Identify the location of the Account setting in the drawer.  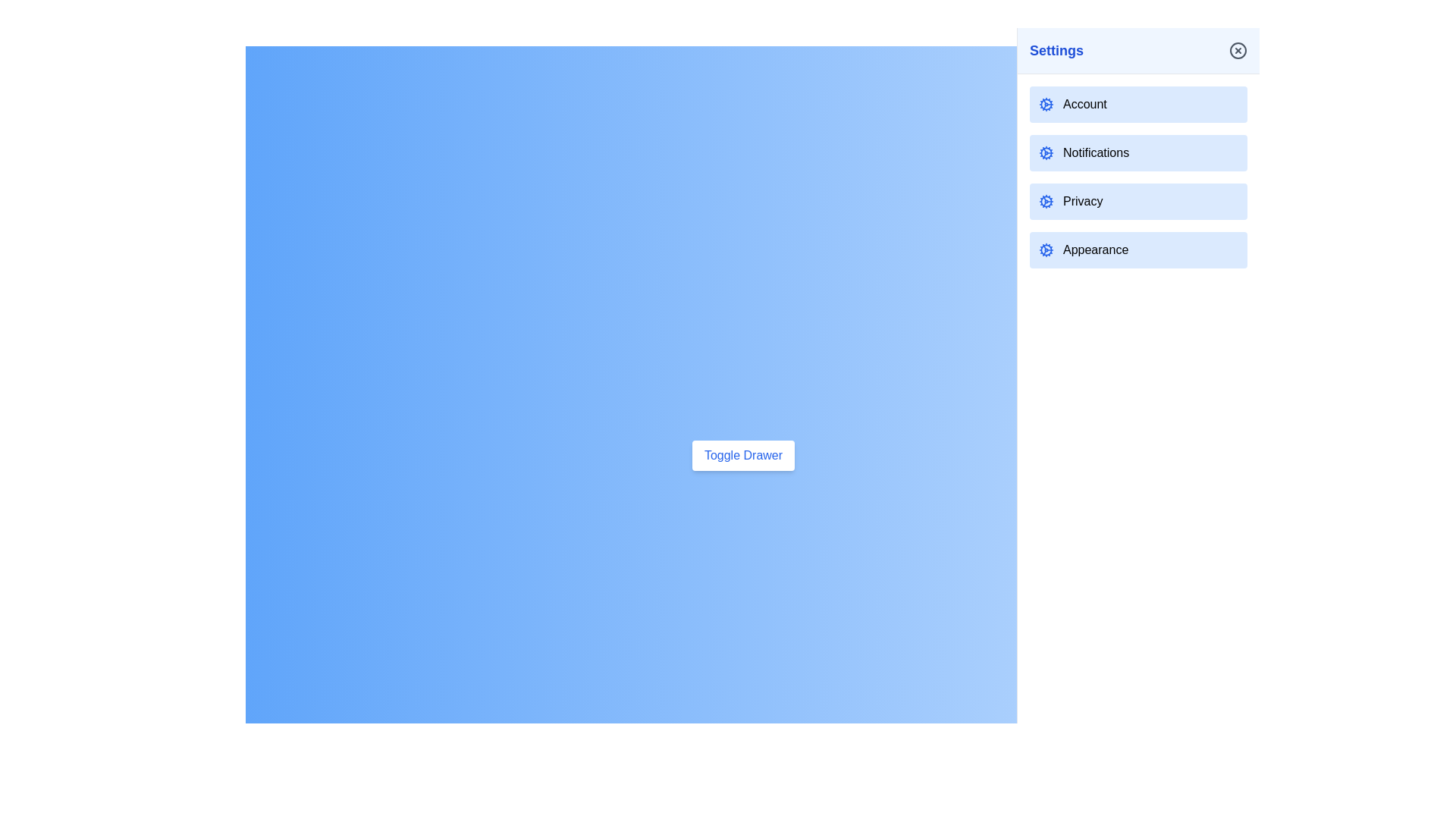
(1138, 104).